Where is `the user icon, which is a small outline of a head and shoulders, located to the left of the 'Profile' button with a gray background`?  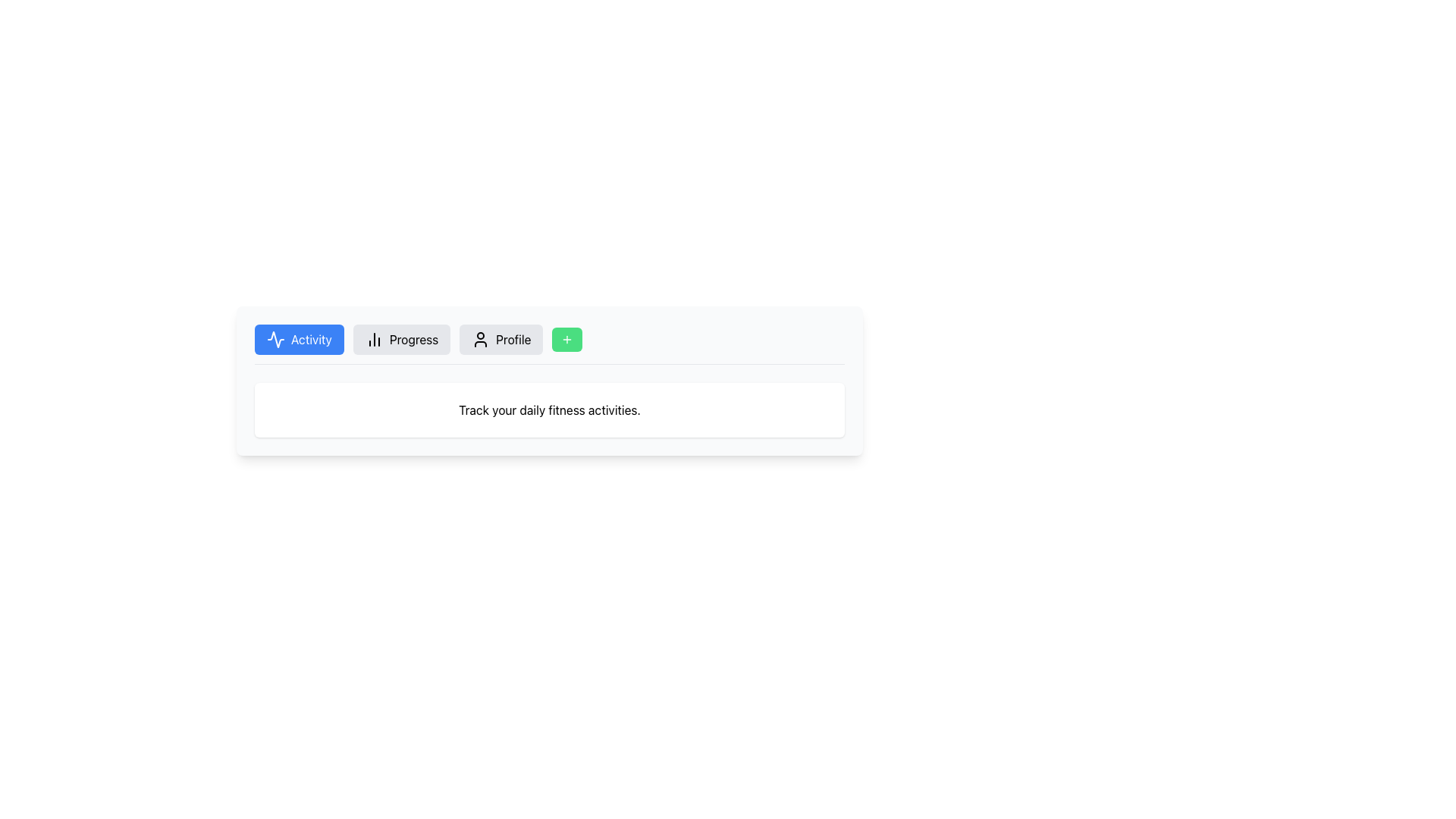 the user icon, which is a small outline of a head and shoulders, located to the left of the 'Profile' button with a gray background is located at coordinates (480, 338).